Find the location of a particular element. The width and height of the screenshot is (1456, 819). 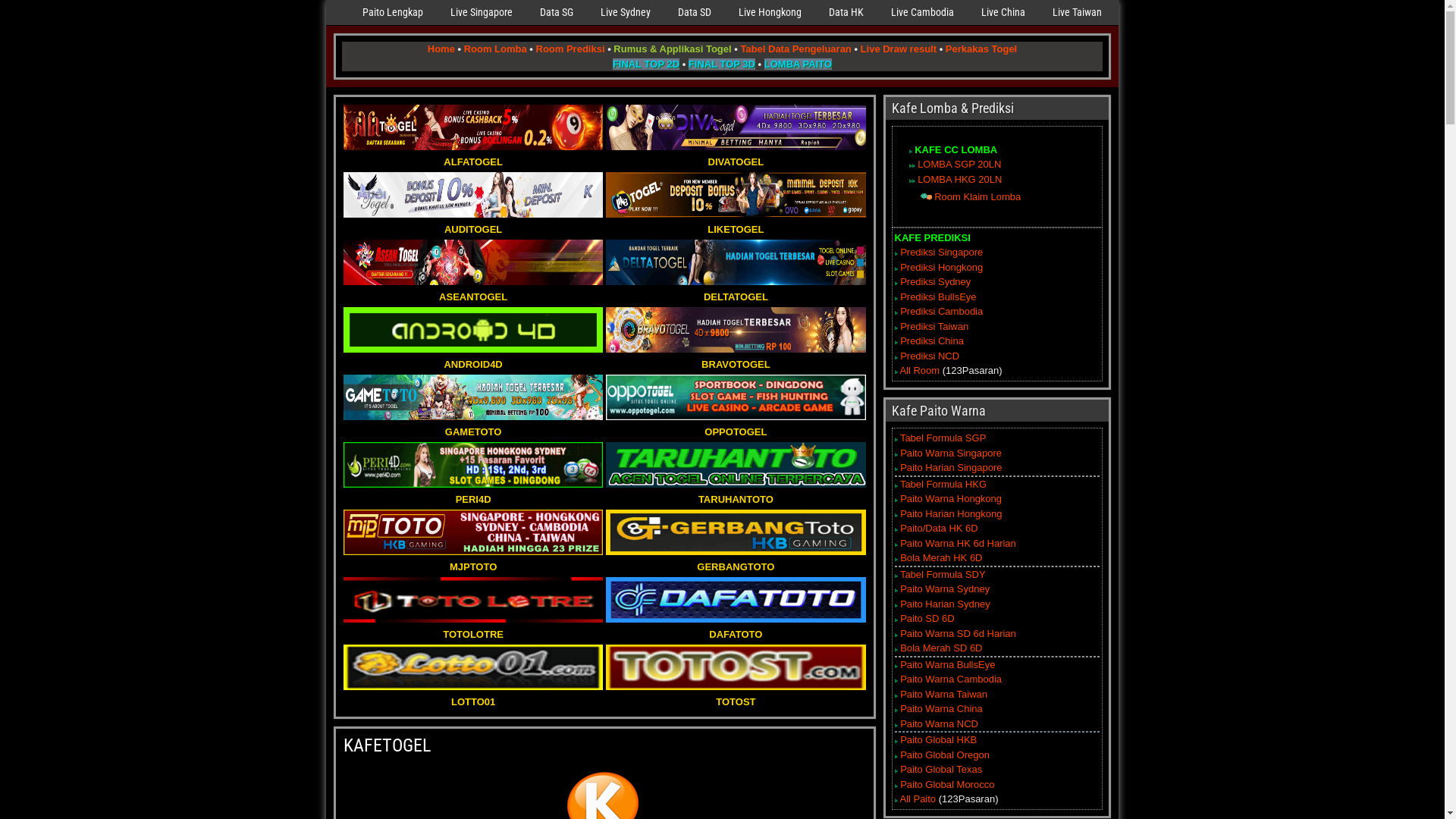

'Bandar Judi Online Terpercaya GerbangTOTO' is located at coordinates (735, 532).